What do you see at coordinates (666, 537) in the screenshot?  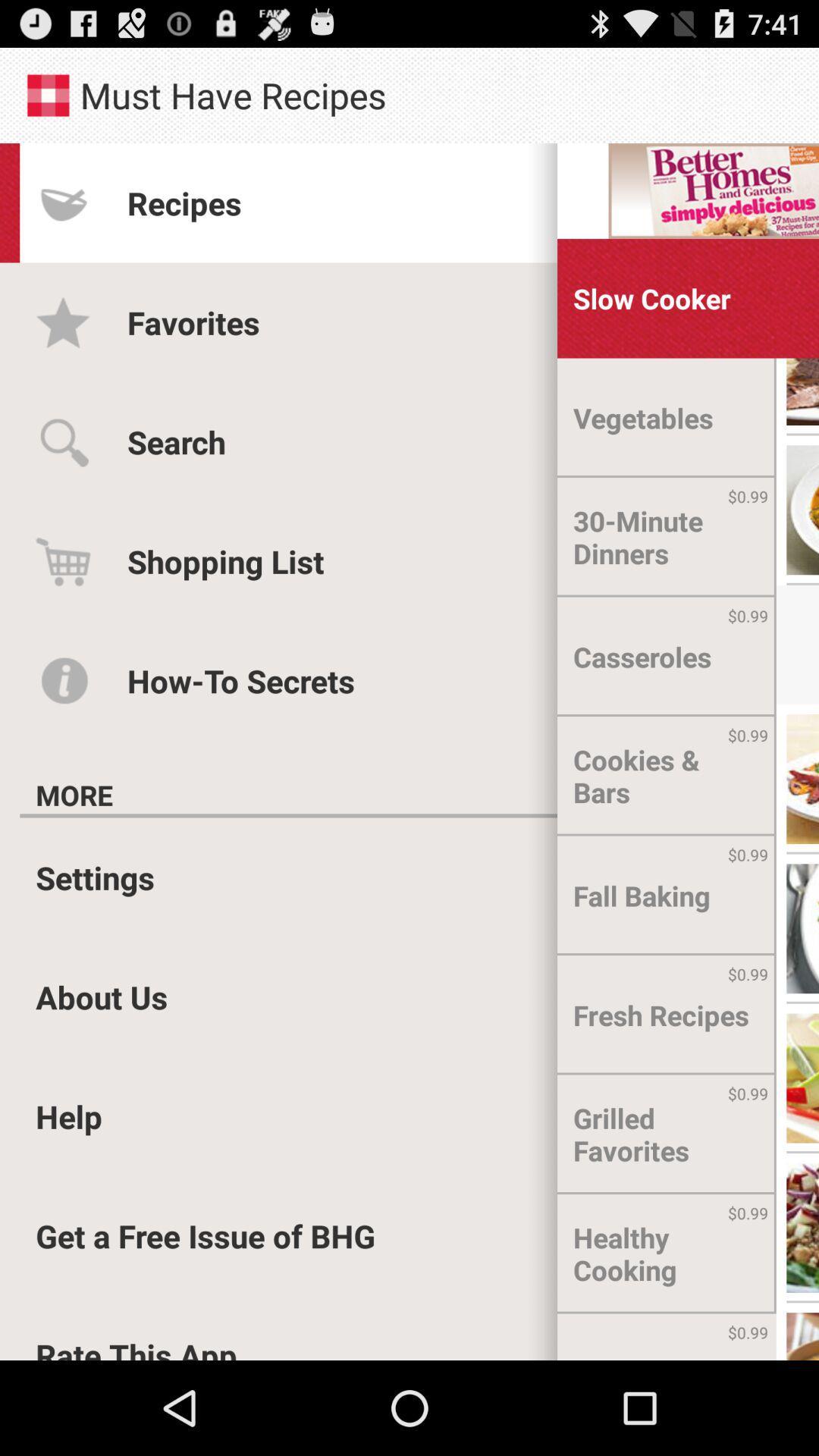 I see `the item to the right of the shopping list` at bounding box center [666, 537].